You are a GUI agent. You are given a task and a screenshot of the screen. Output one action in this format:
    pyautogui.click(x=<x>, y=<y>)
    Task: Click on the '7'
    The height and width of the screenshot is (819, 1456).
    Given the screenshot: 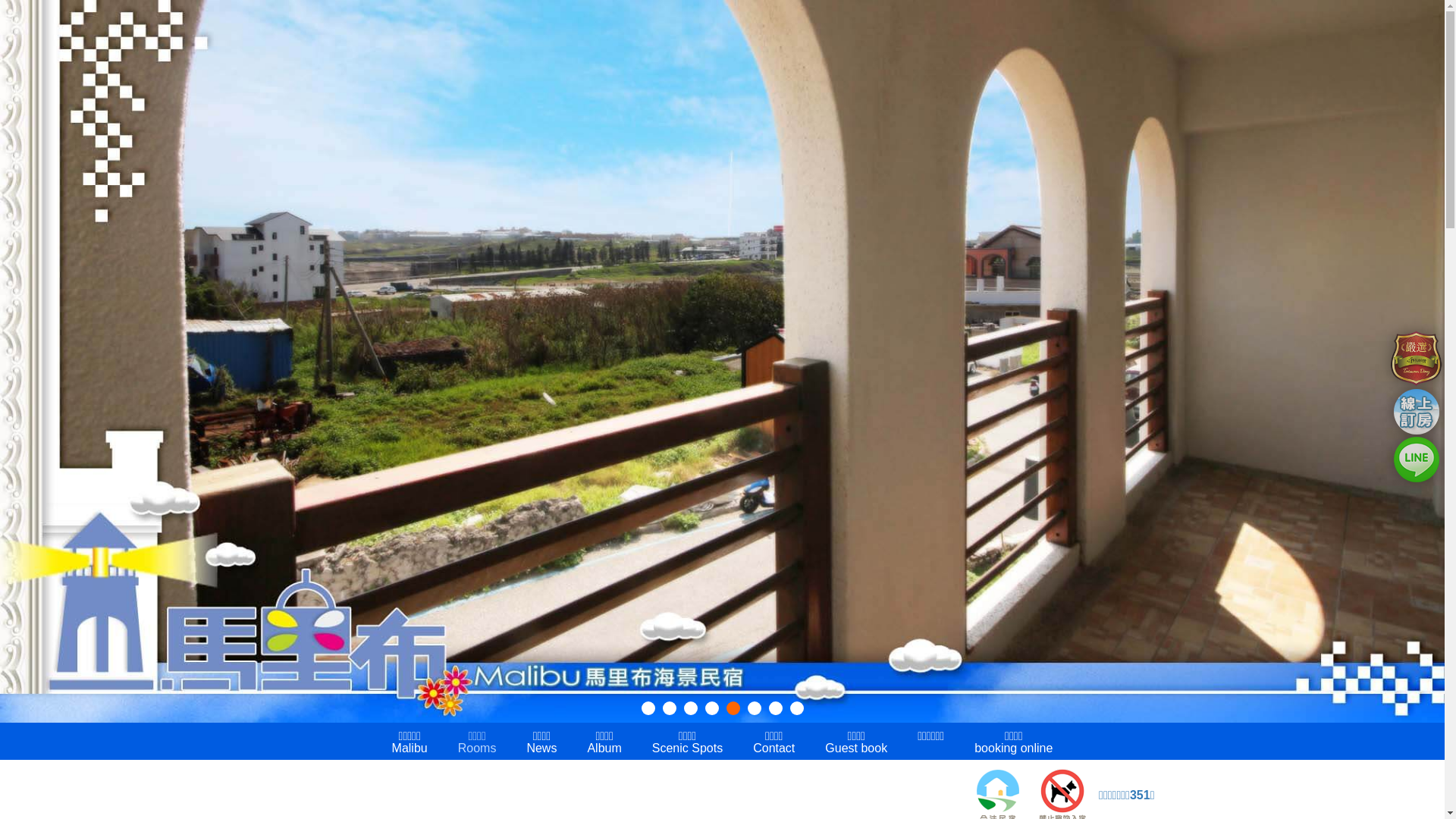 What is the action you would take?
    pyautogui.click(x=768, y=708)
    